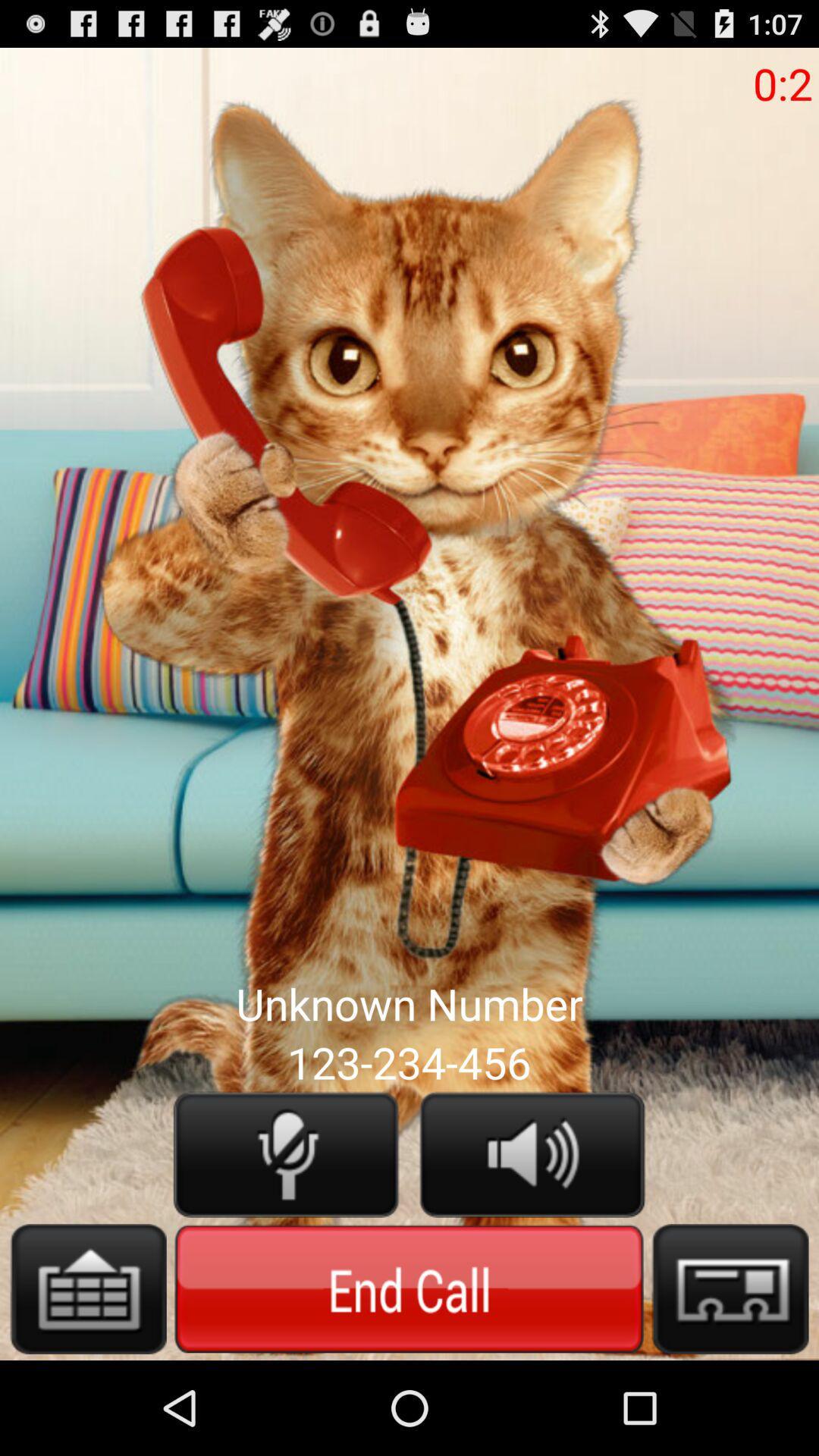 This screenshot has width=819, height=1456. I want to click on for end call, so click(408, 1288).